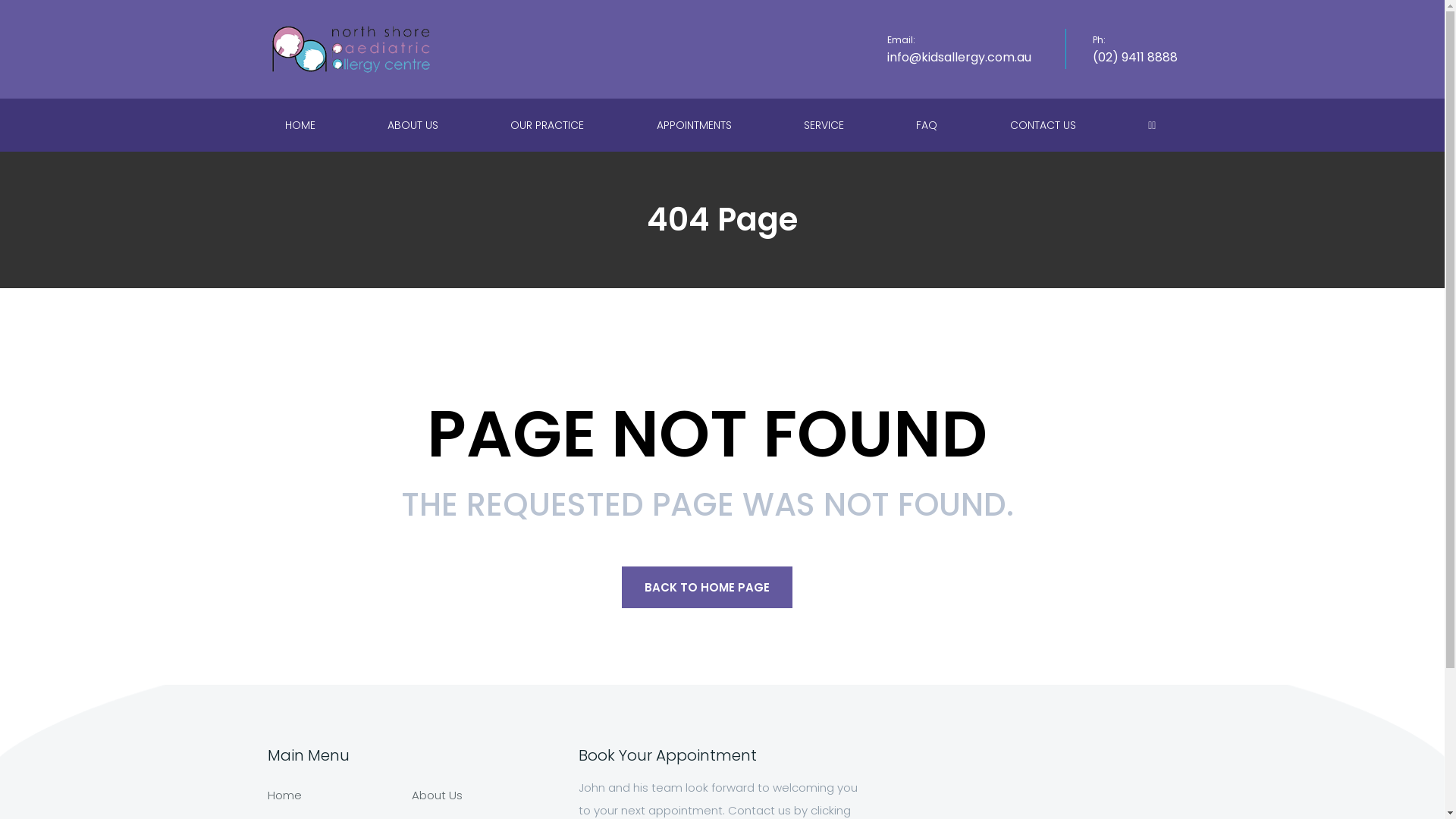 This screenshot has height=819, width=1456. Describe the element at coordinates (639, 124) in the screenshot. I see `'APPOINTMENTS'` at that location.